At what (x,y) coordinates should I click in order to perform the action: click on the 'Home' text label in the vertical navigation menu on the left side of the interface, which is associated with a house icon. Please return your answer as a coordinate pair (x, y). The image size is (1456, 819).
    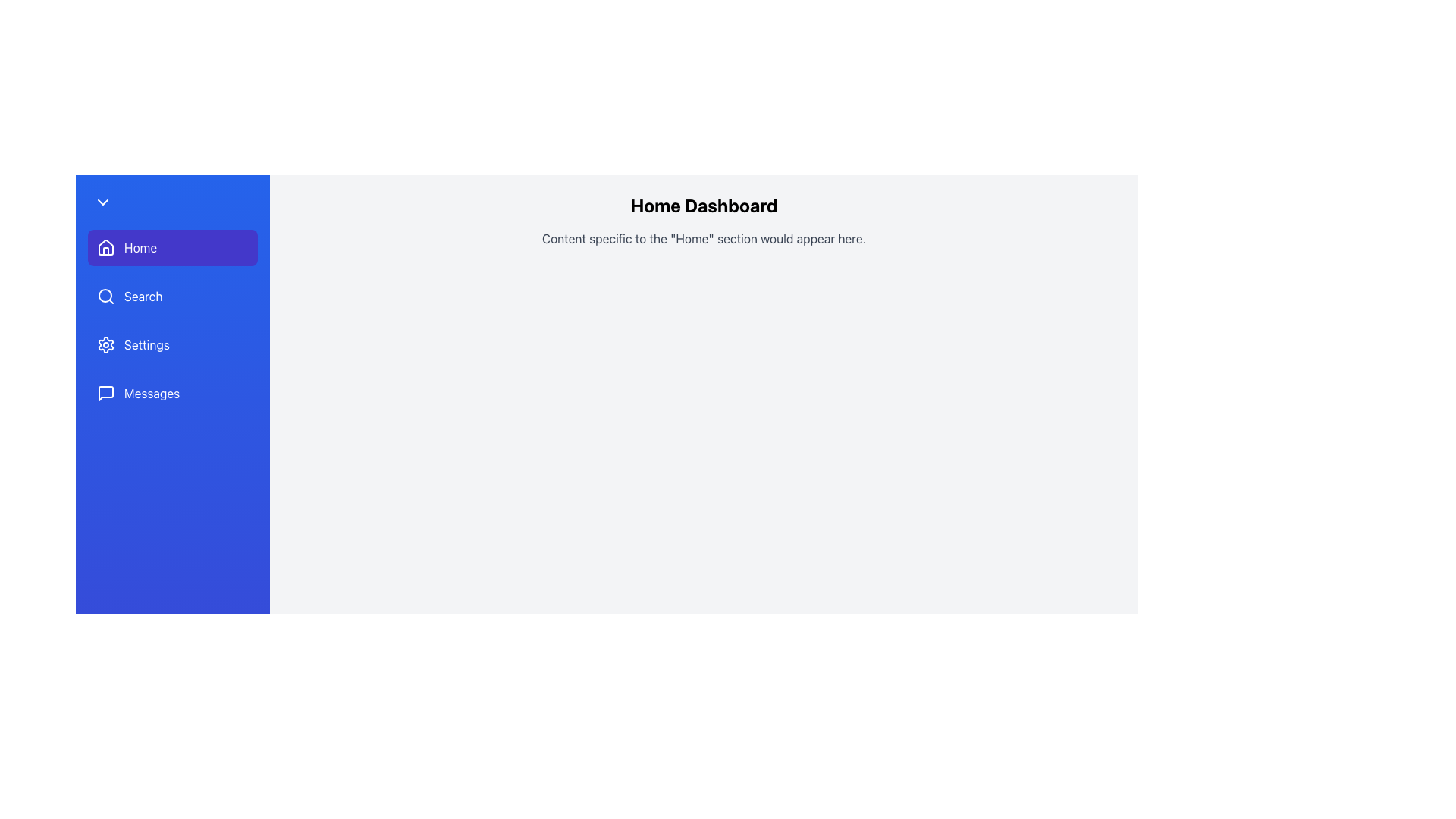
    Looking at the image, I should click on (140, 247).